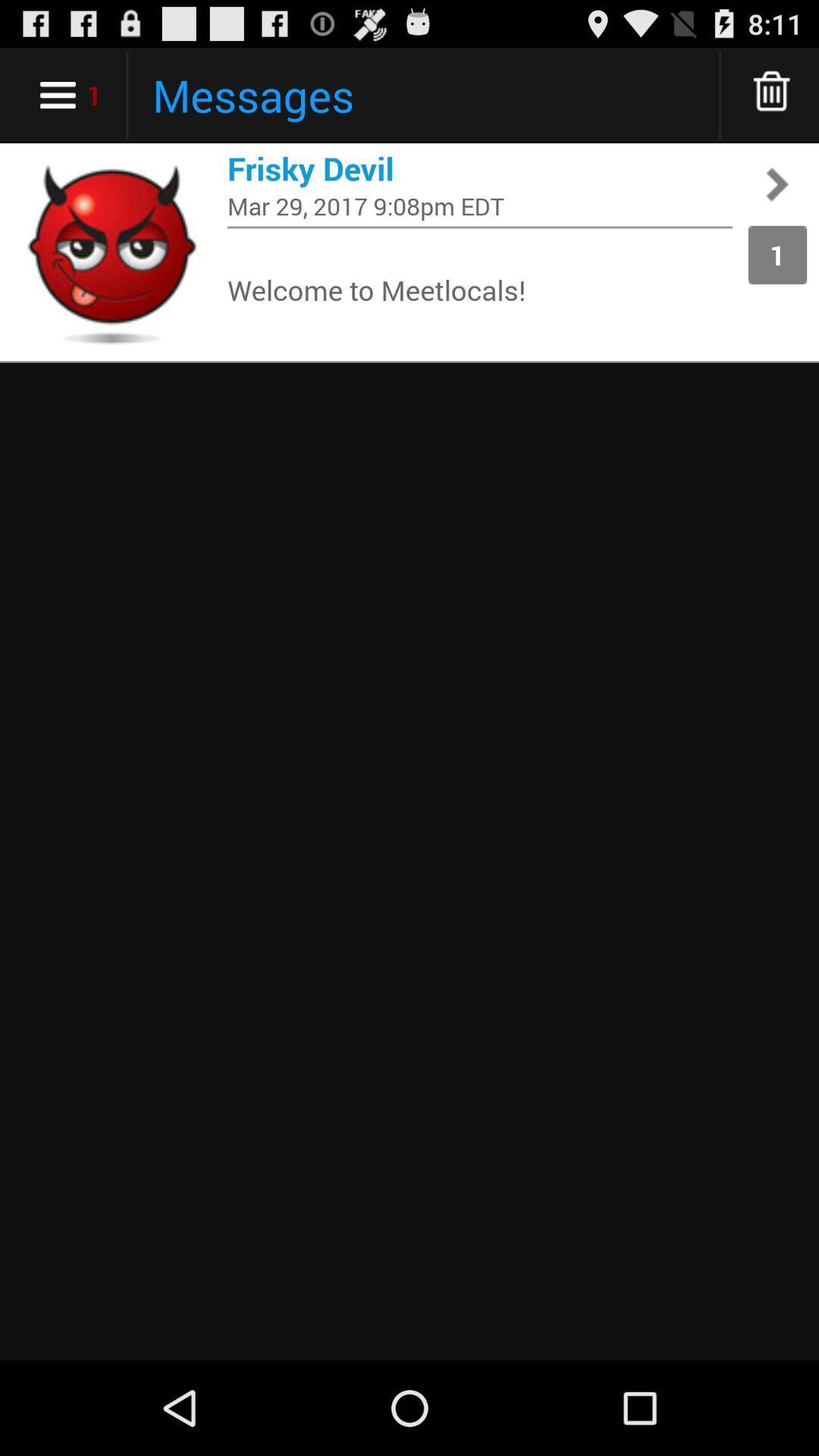  I want to click on app to the left of 1 app, so click(479, 289).